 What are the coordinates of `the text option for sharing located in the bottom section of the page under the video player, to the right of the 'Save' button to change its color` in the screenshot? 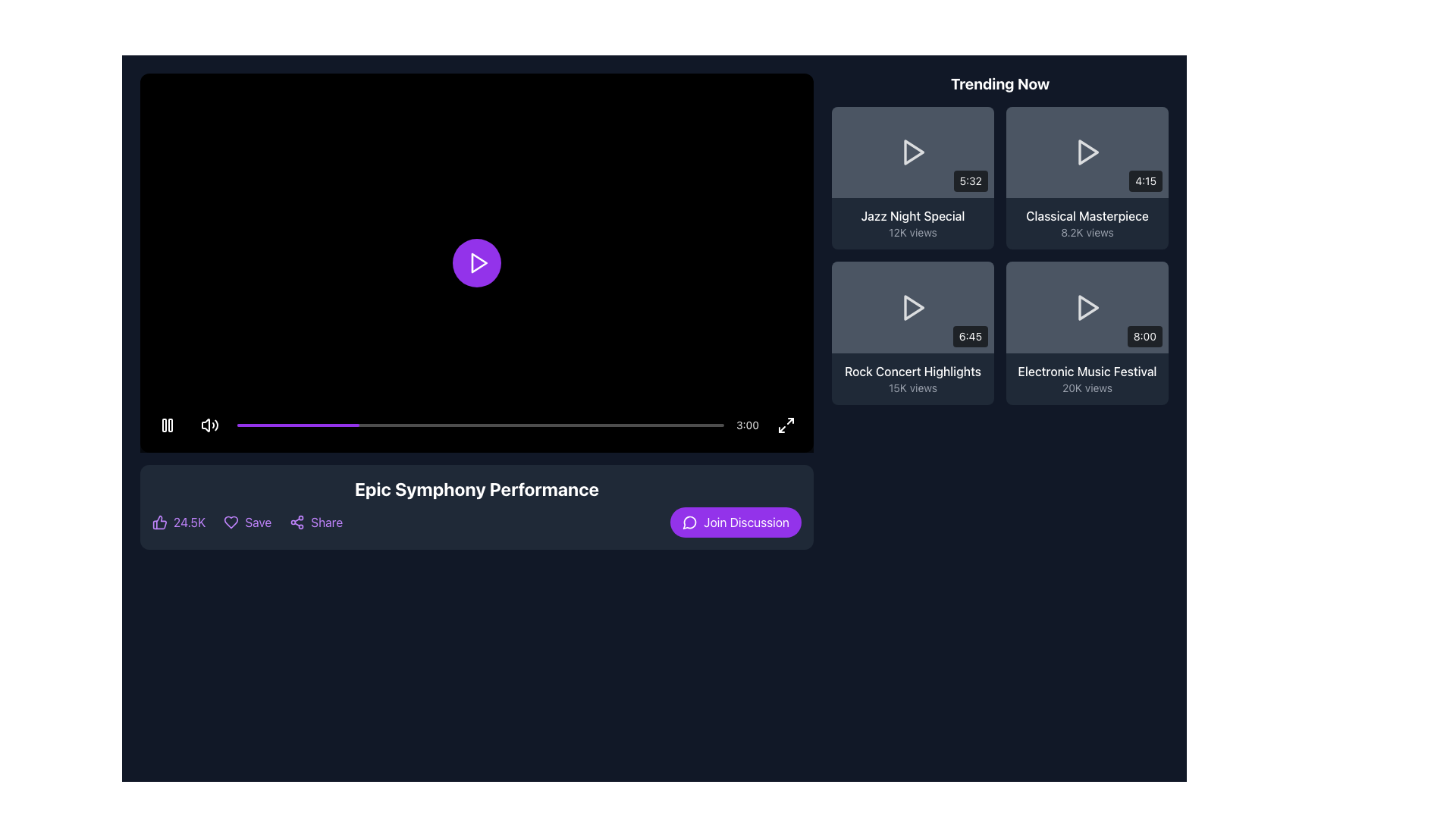 It's located at (326, 521).